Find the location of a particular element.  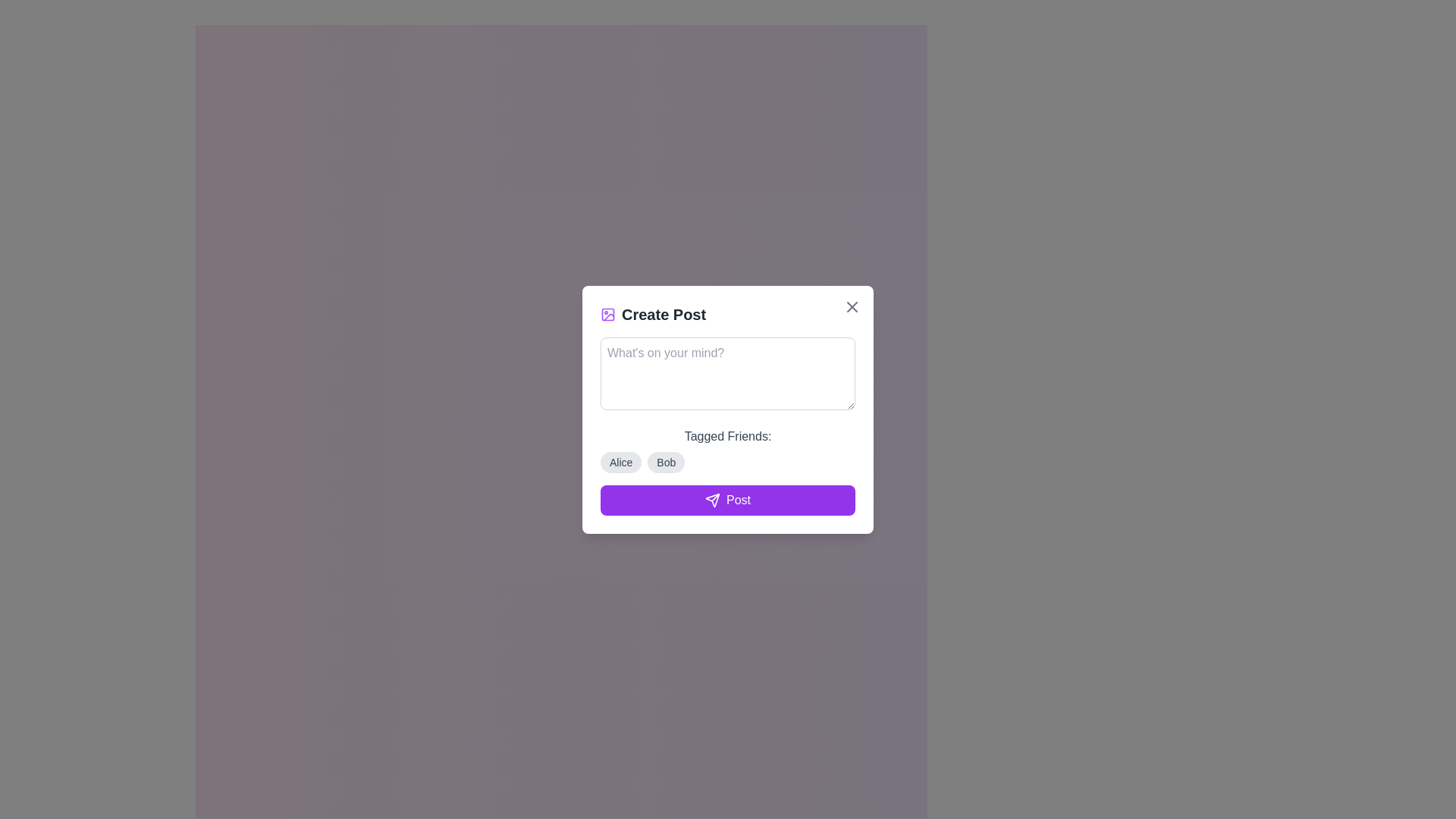

the image attachment icon located at the start of the 'Create Post' title text, positioned on the left side and visually distinct from the adjacent text is located at coordinates (607, 312).